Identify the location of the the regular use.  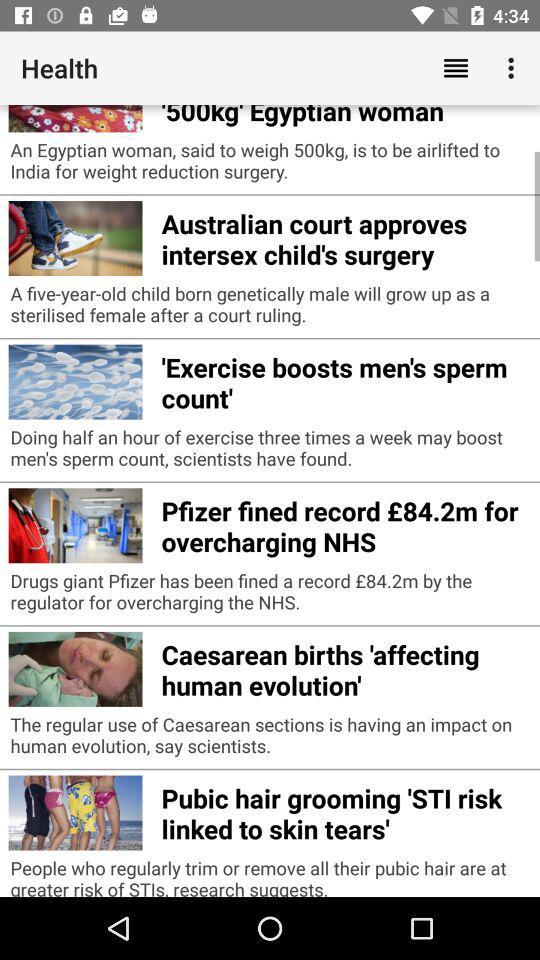
(270, 739).